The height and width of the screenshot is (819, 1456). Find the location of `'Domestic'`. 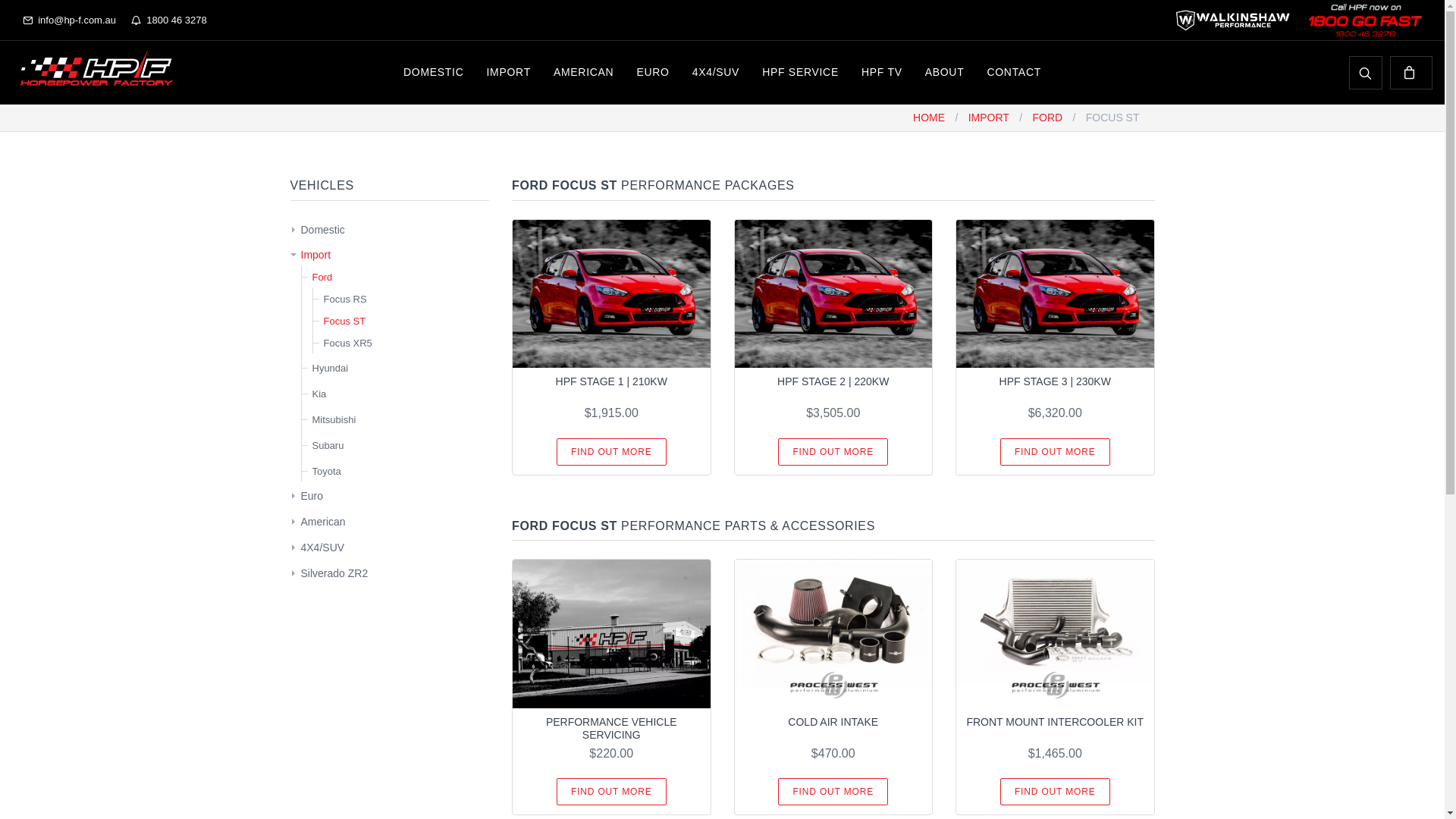

'Domestic' is located at coordinates (322, 230).